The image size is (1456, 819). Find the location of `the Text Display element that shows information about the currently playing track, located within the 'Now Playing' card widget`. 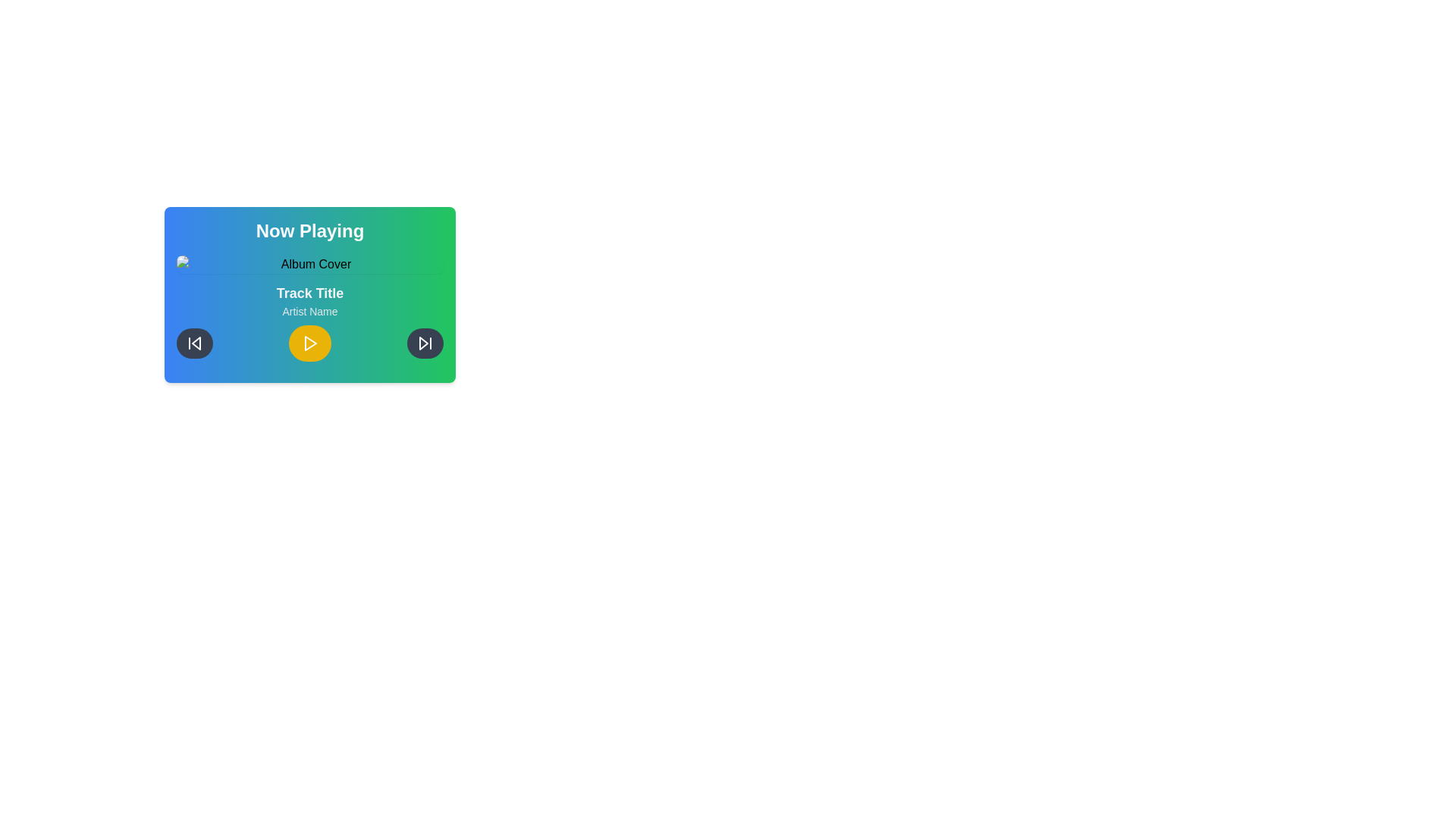

the Text Display element that shows information about the currently playing track, located within the 'Now Playing' card widget is located at coordinates (309, 301).